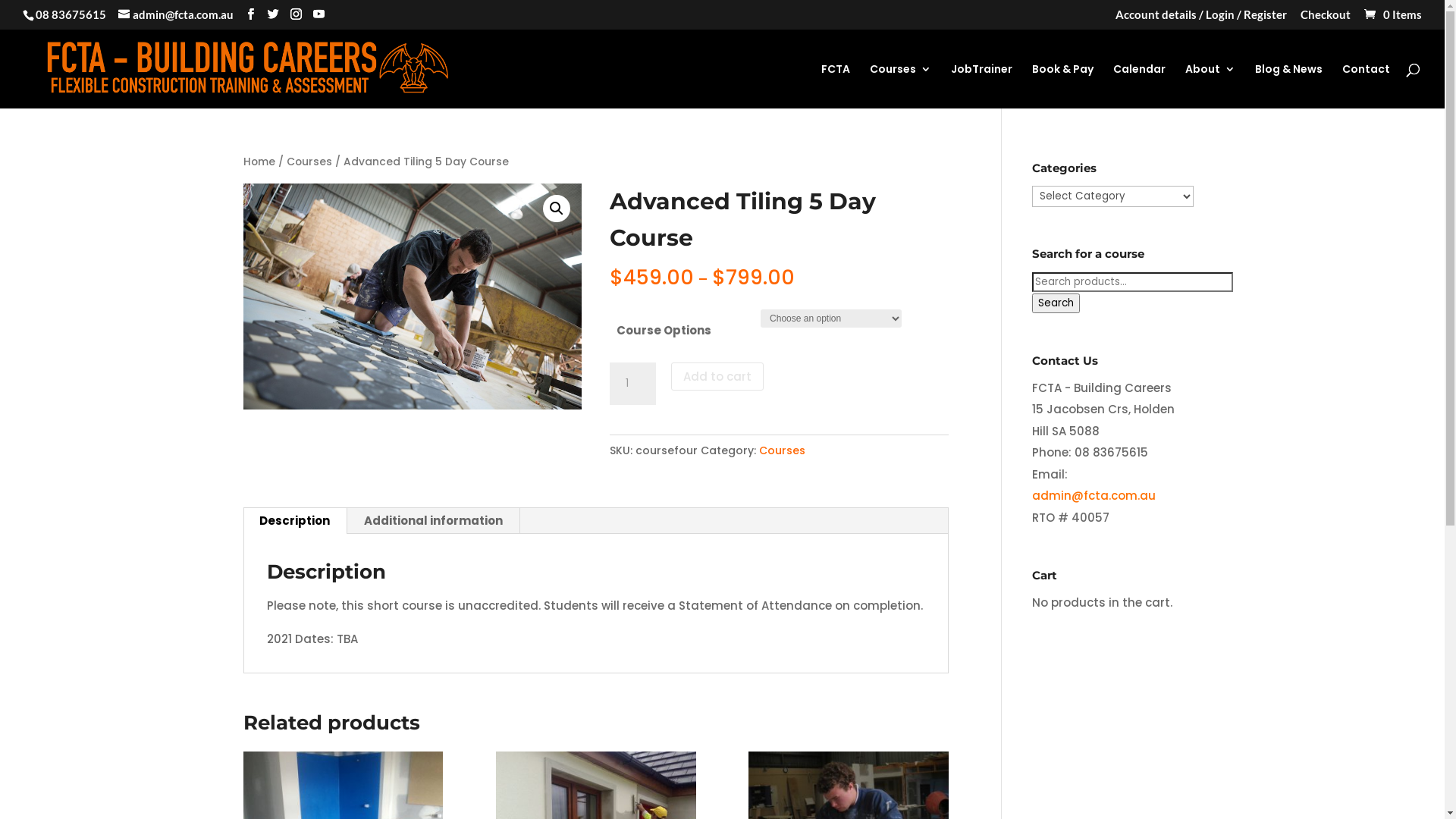 Image resolution: width=1456 pixels, height=819 pixels. What do you see at coordinates (1200, 18) in the screenshot?
I see `'Account details / Login / Register'` at bounding box center [1200, 18].